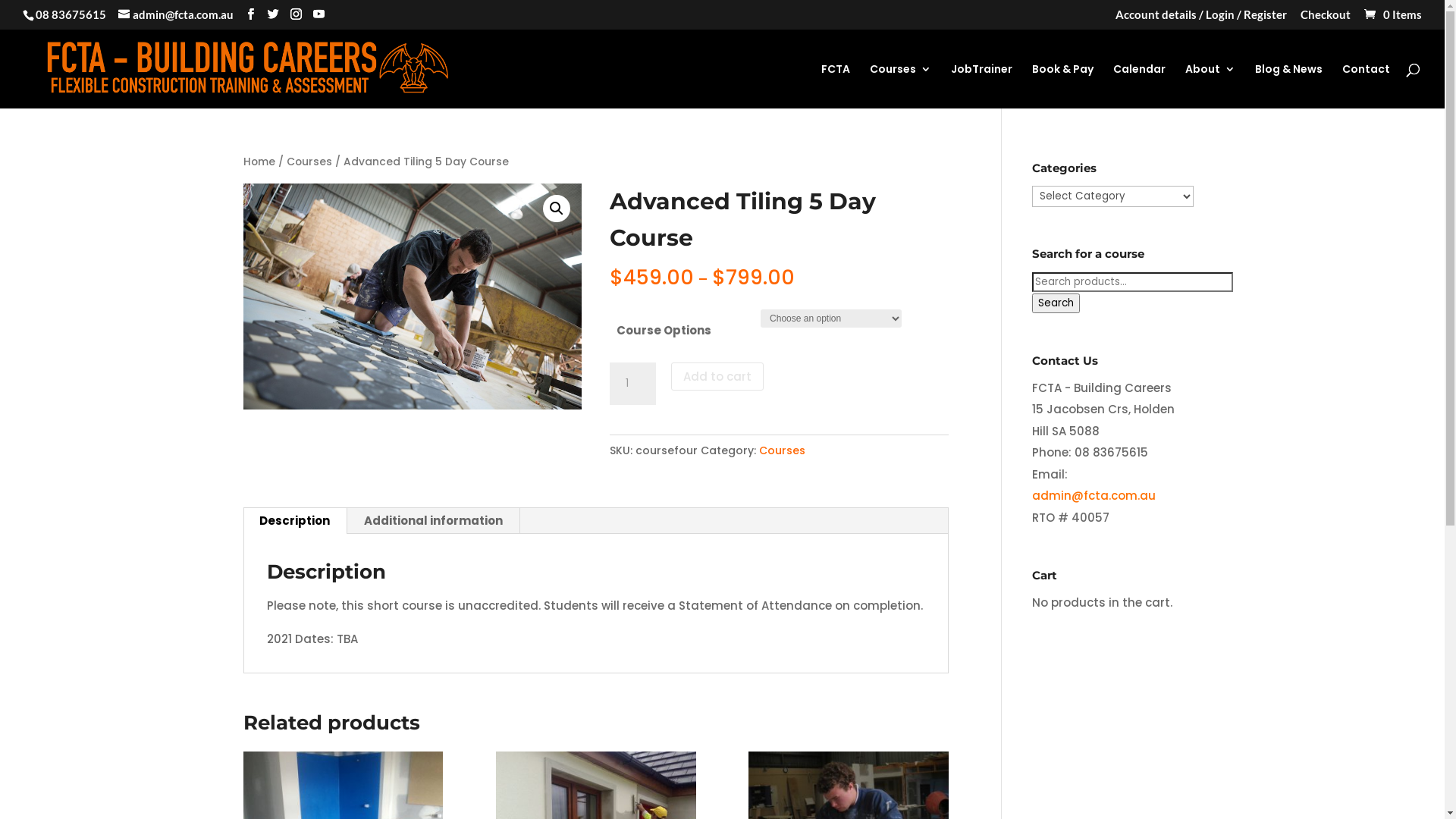 Image resolution: width=1456 pixels, height=819 pixels. What do you see at coordinates (1200, 18) in the screenshot?
I see `'Account details / Login / Register'` at bounding box center [1200, 18].